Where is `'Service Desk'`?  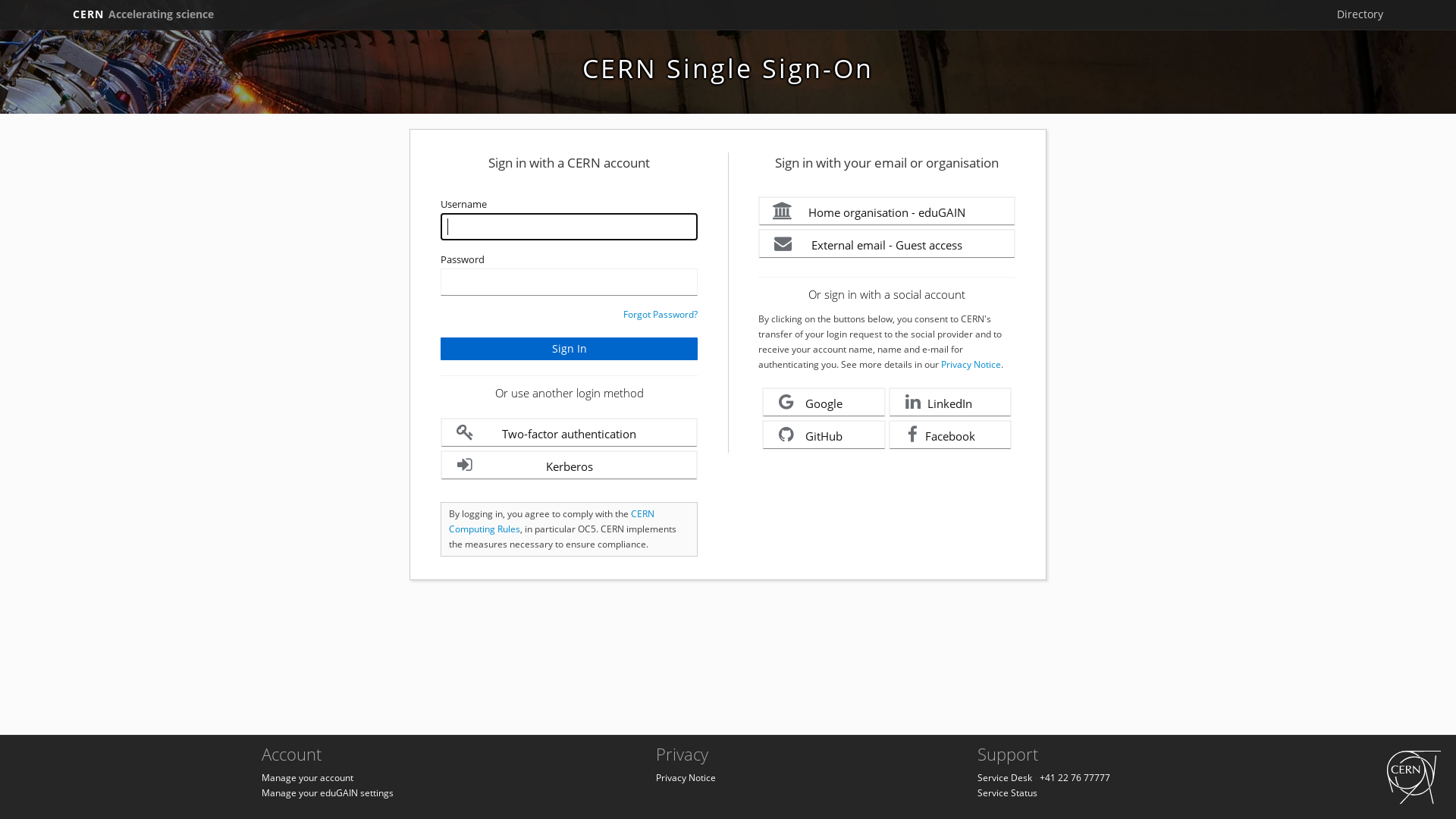 'Service Desk' is located at coordinates (1004, 777).